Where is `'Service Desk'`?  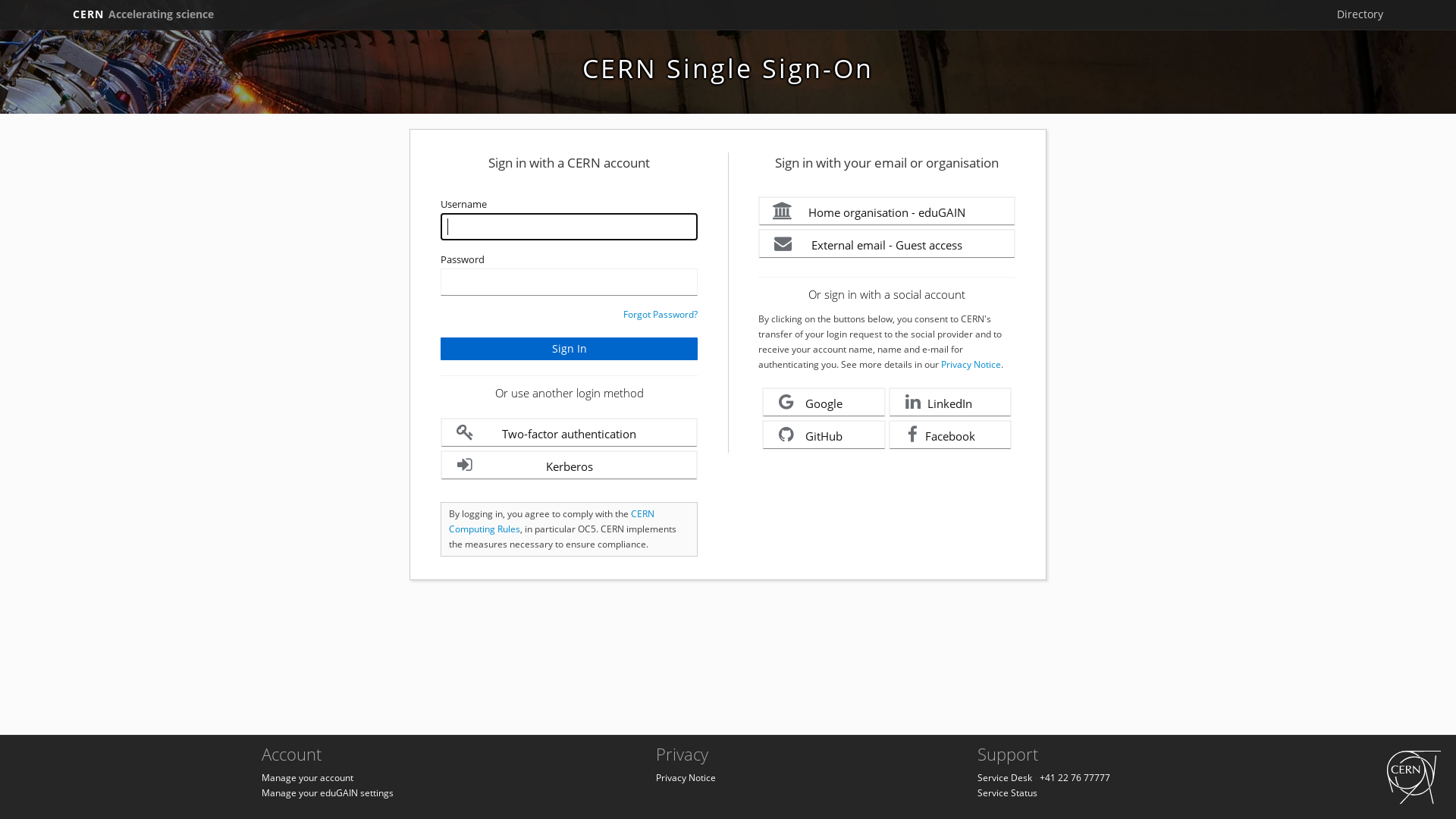 'Service Desk' is located at coordinates (1004, 777).